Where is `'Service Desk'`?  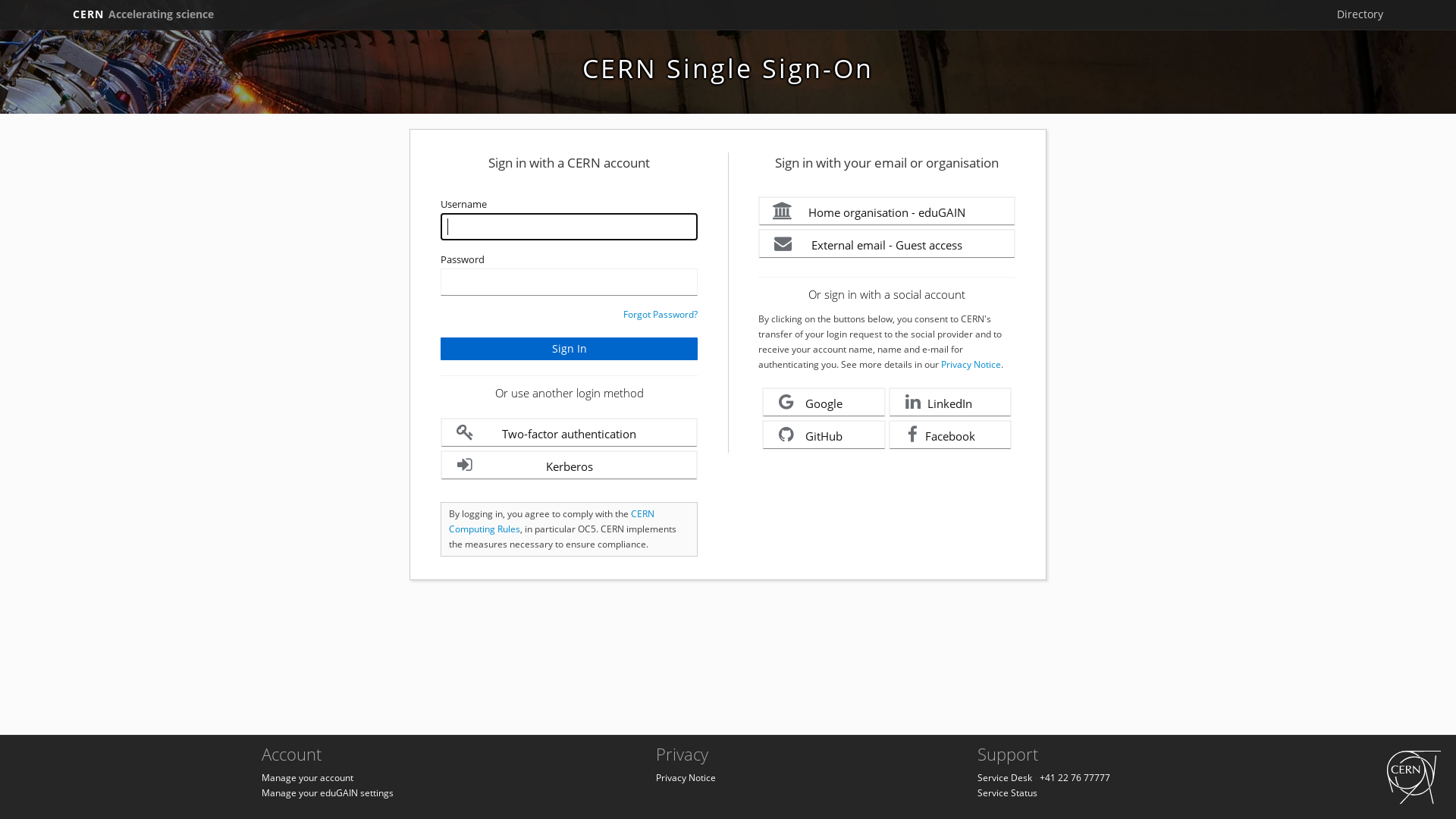 'Service Desk' is located at coordinates (1004, 777).